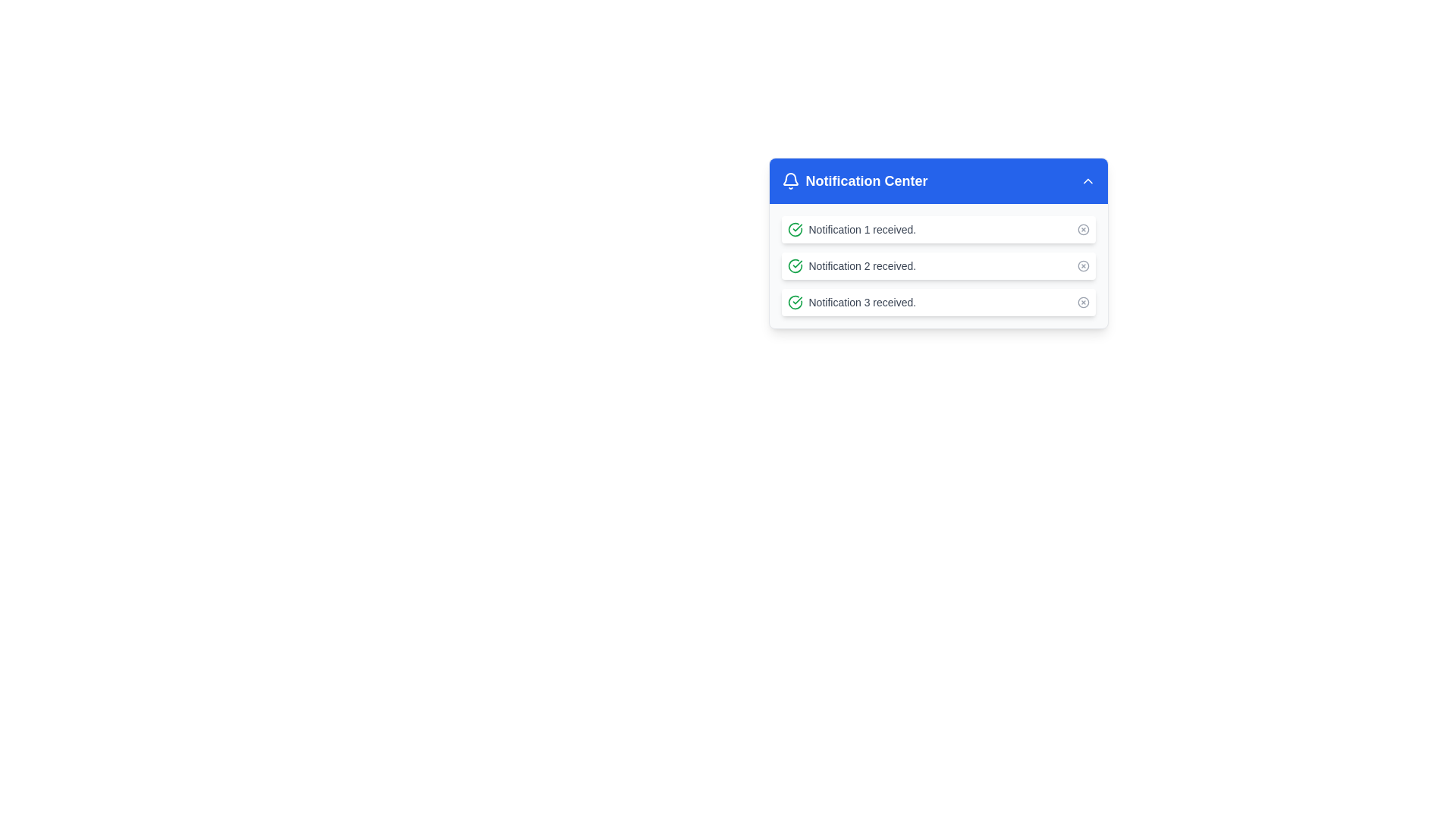 The height and width of the screenshot is (819, 1456). I want to click on the text label reading 'Notification 2 received.', which is styled with a small, gray font and is located to the immediate right of a green checkmark icon in the notification center, so click(862, 265).